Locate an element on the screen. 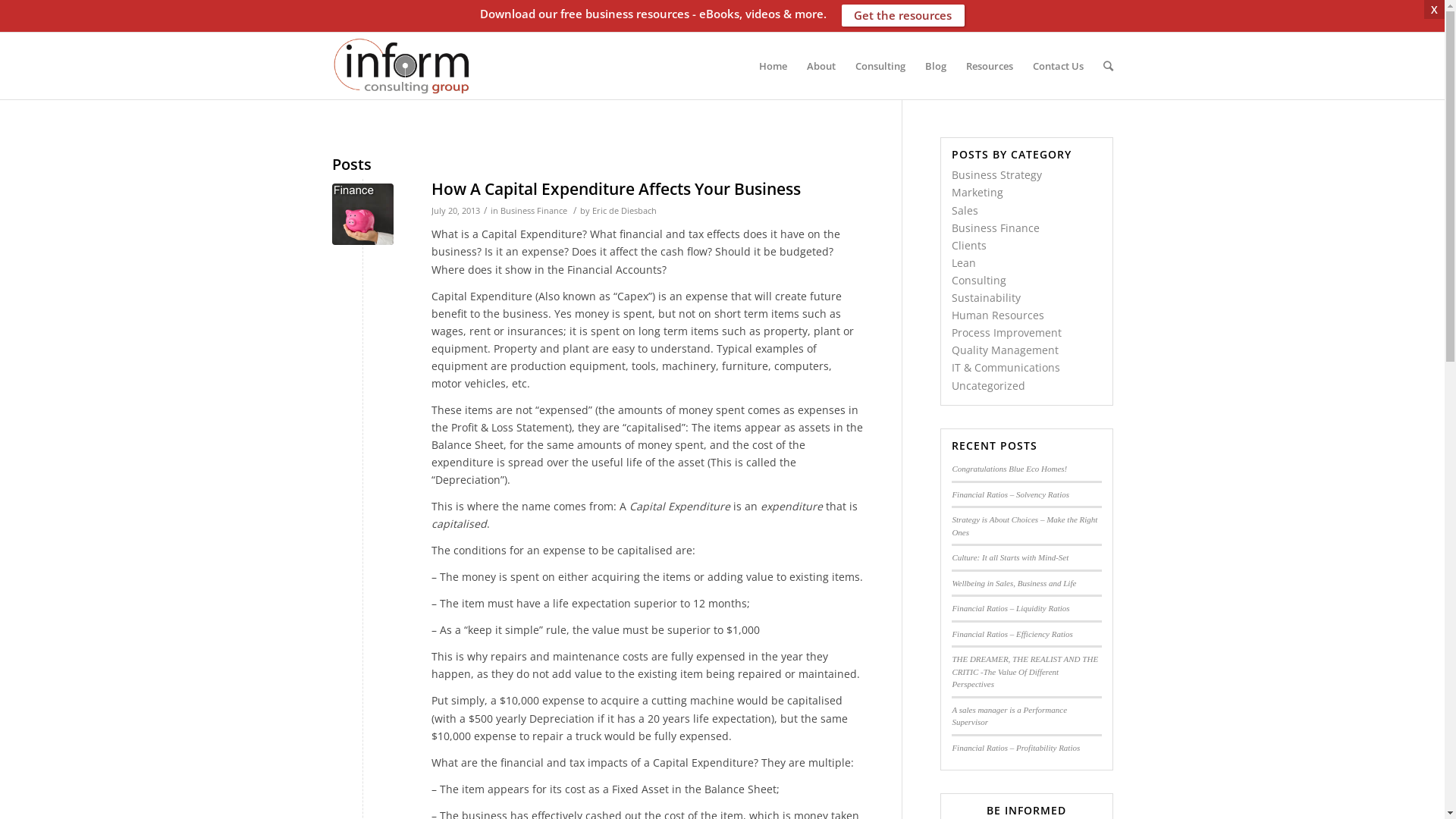 This screenshot has height=819, width=1456. 'Eric de Diesbach' is located at coordinates (623, 210).